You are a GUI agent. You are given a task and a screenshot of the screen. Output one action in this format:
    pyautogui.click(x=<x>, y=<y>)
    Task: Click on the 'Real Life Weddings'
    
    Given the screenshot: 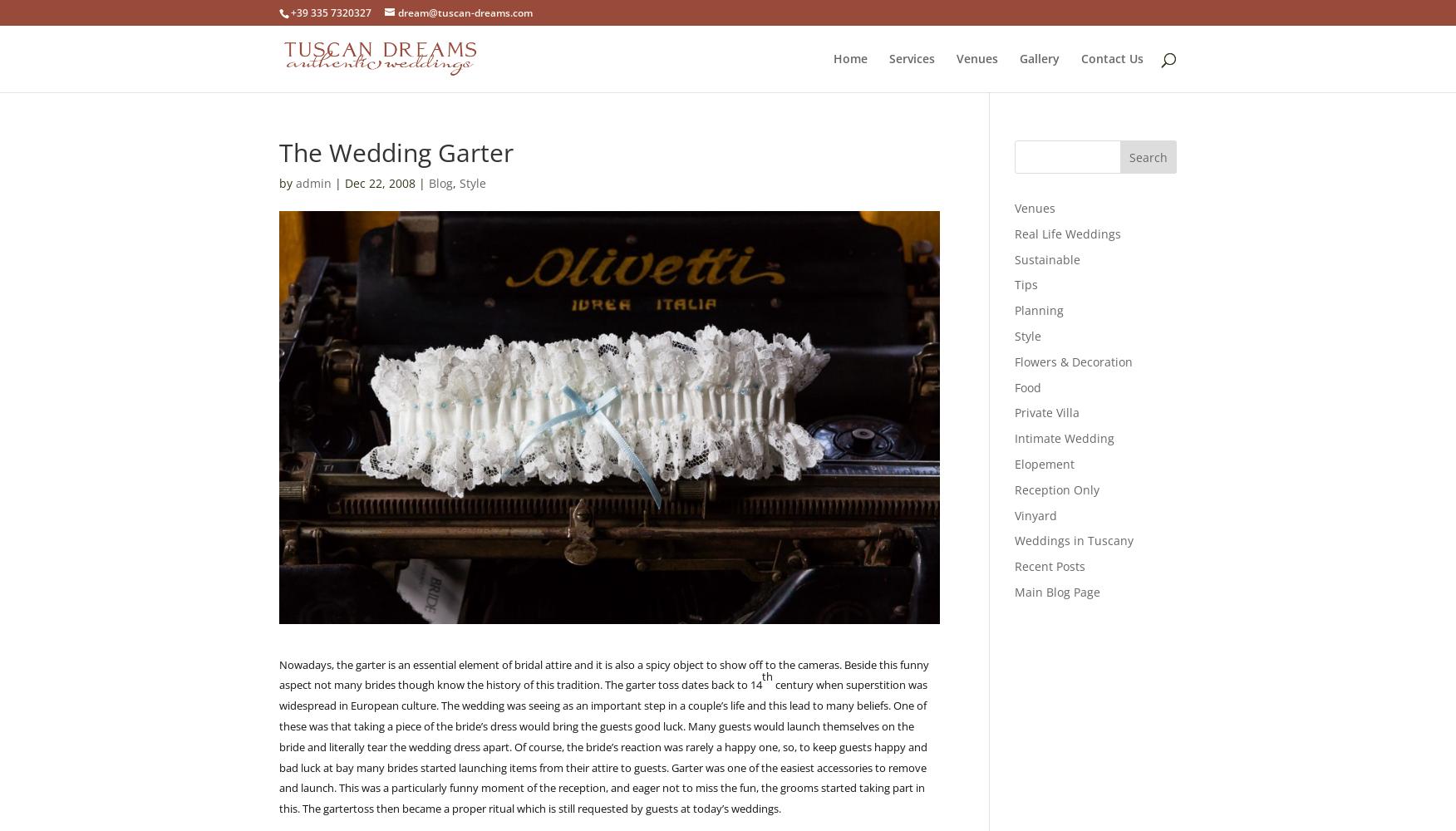 What is the action you would take?
    pyautogui.click(x=1066, y=233)
    